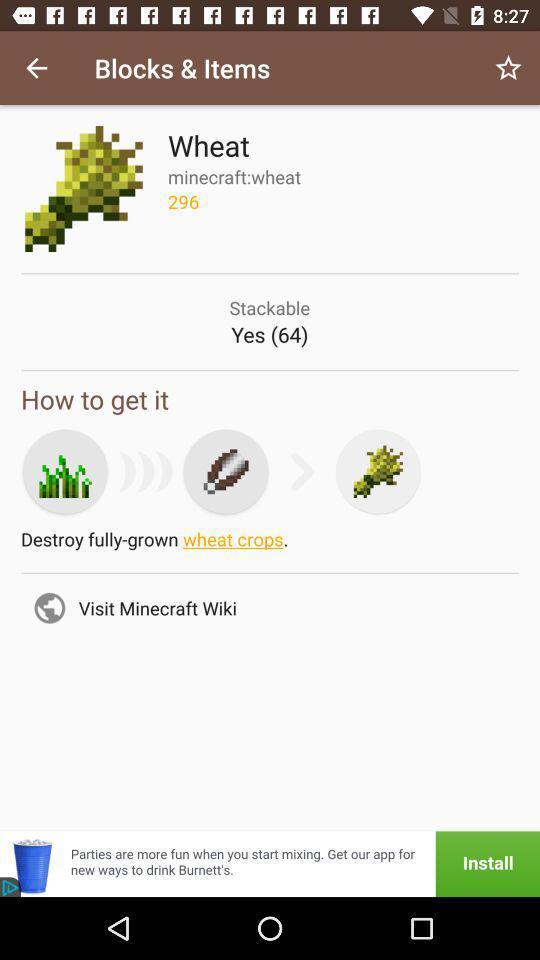  What do you see at coordinates (270, 863) in the screenshot?
I see `click on advertisement` at bounding box center [270, 863].